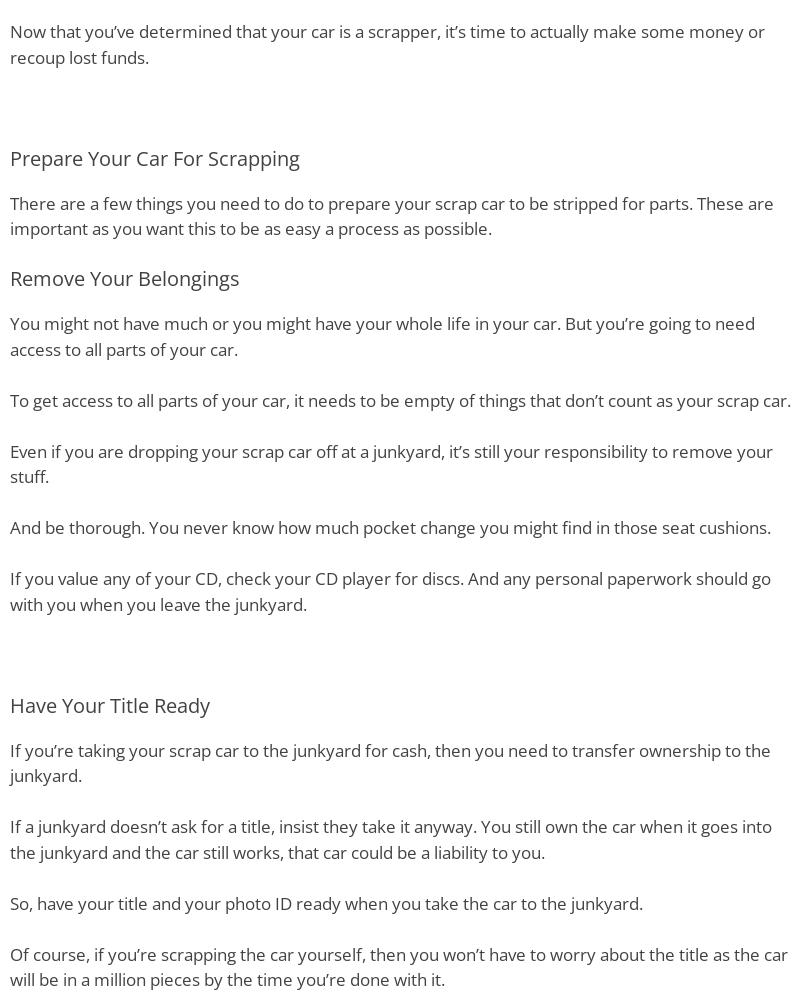 The width and height of the screenshot is (809, 1006). What do you see at coordinates (390, 838) in the screenshot?
I see `'If a junkyard doesn’t ask for a title, insist they take it anyway. You still own the car when it goes into the junkyard and the car still works, that car could be a liability to you.'` at bounding box center [390, 838].